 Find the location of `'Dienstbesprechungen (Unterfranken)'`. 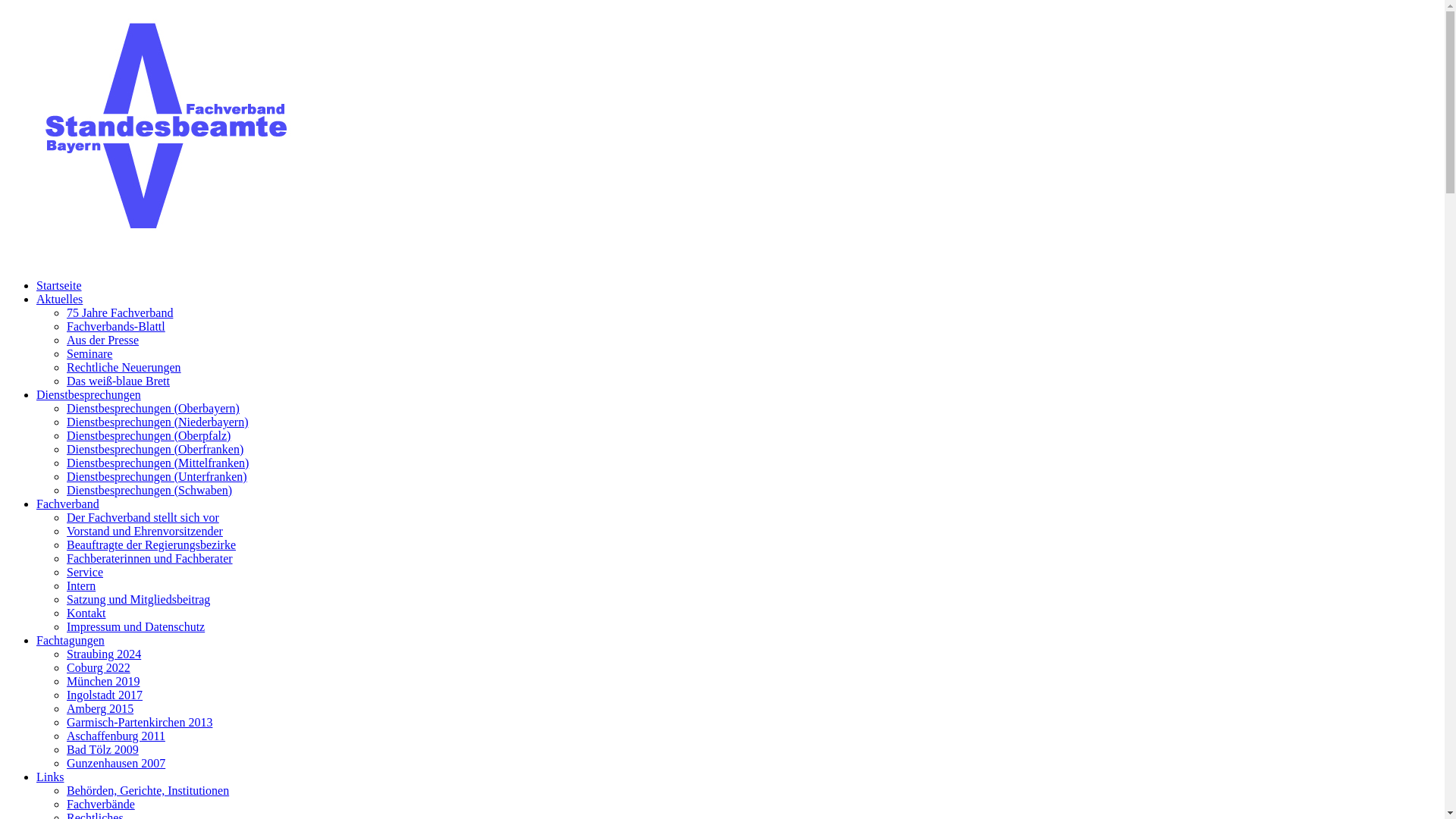

'Dienstbesprechungen (Unterfranken)' is located at coordinates (156, 475).